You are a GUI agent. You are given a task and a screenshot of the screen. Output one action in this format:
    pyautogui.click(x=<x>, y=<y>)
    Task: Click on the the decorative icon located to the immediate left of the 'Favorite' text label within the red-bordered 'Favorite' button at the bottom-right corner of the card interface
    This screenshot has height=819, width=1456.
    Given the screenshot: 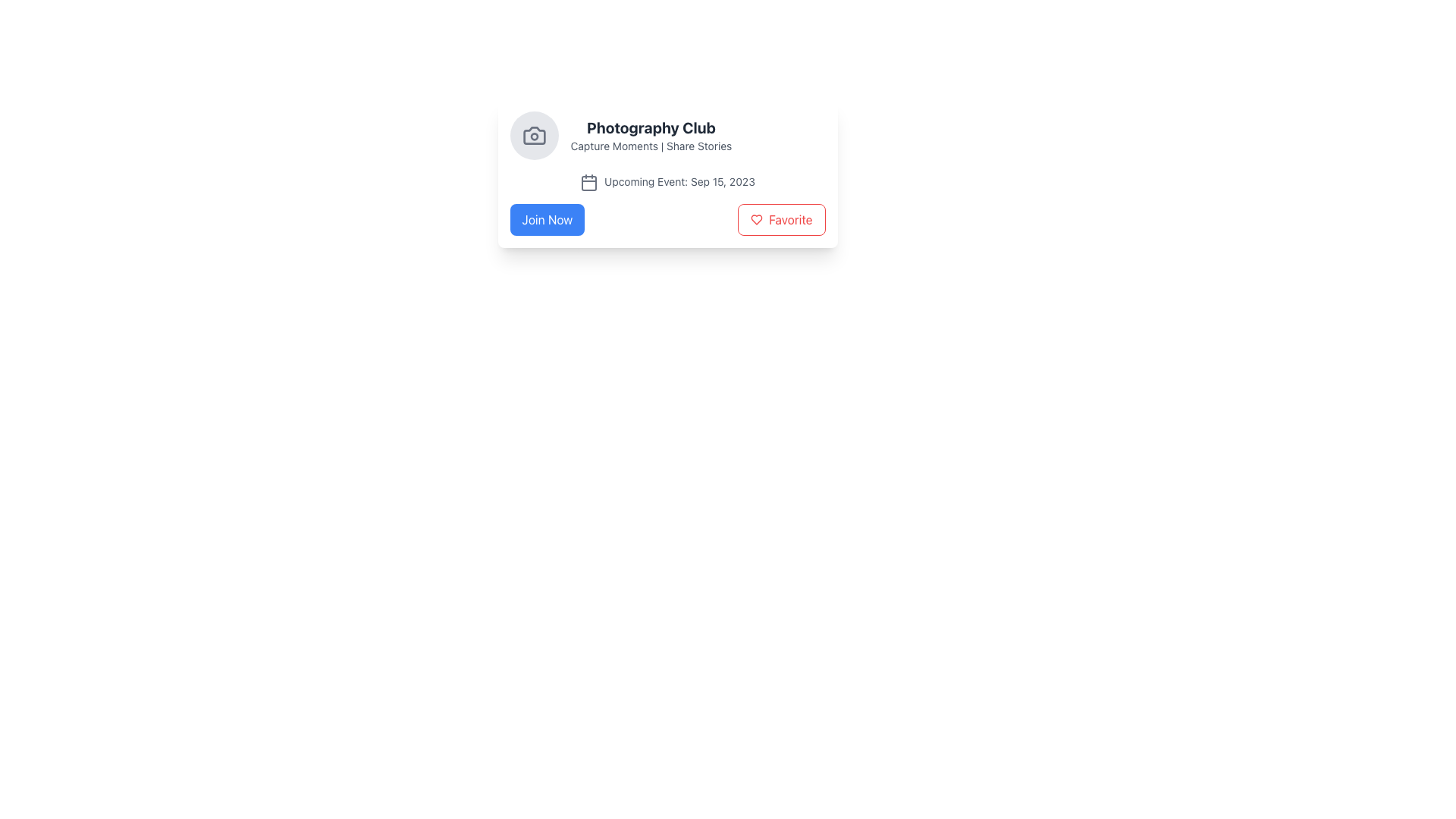 What is the action you would take?
    pyautogui.click(x=757, y=219)
    